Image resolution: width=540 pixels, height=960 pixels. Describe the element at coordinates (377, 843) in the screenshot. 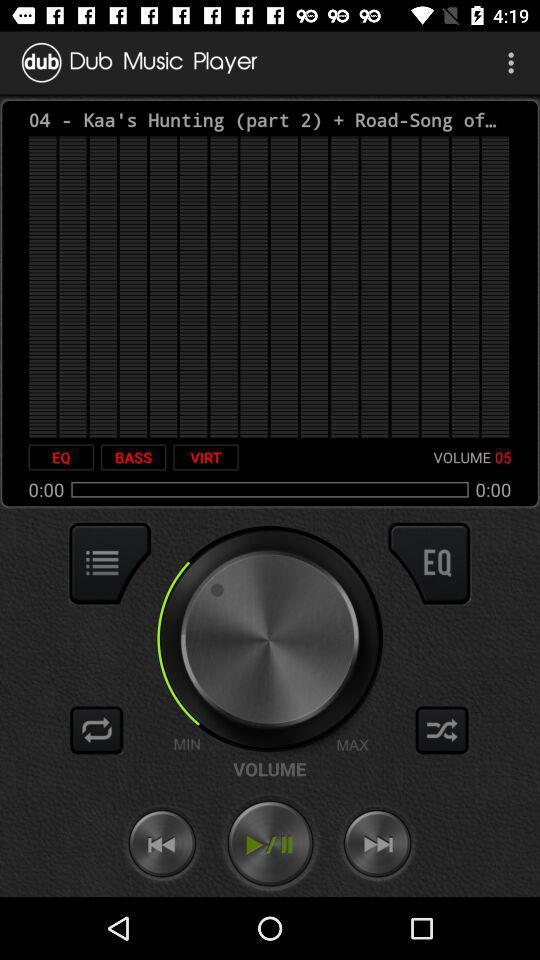

I see `next song` at that location.